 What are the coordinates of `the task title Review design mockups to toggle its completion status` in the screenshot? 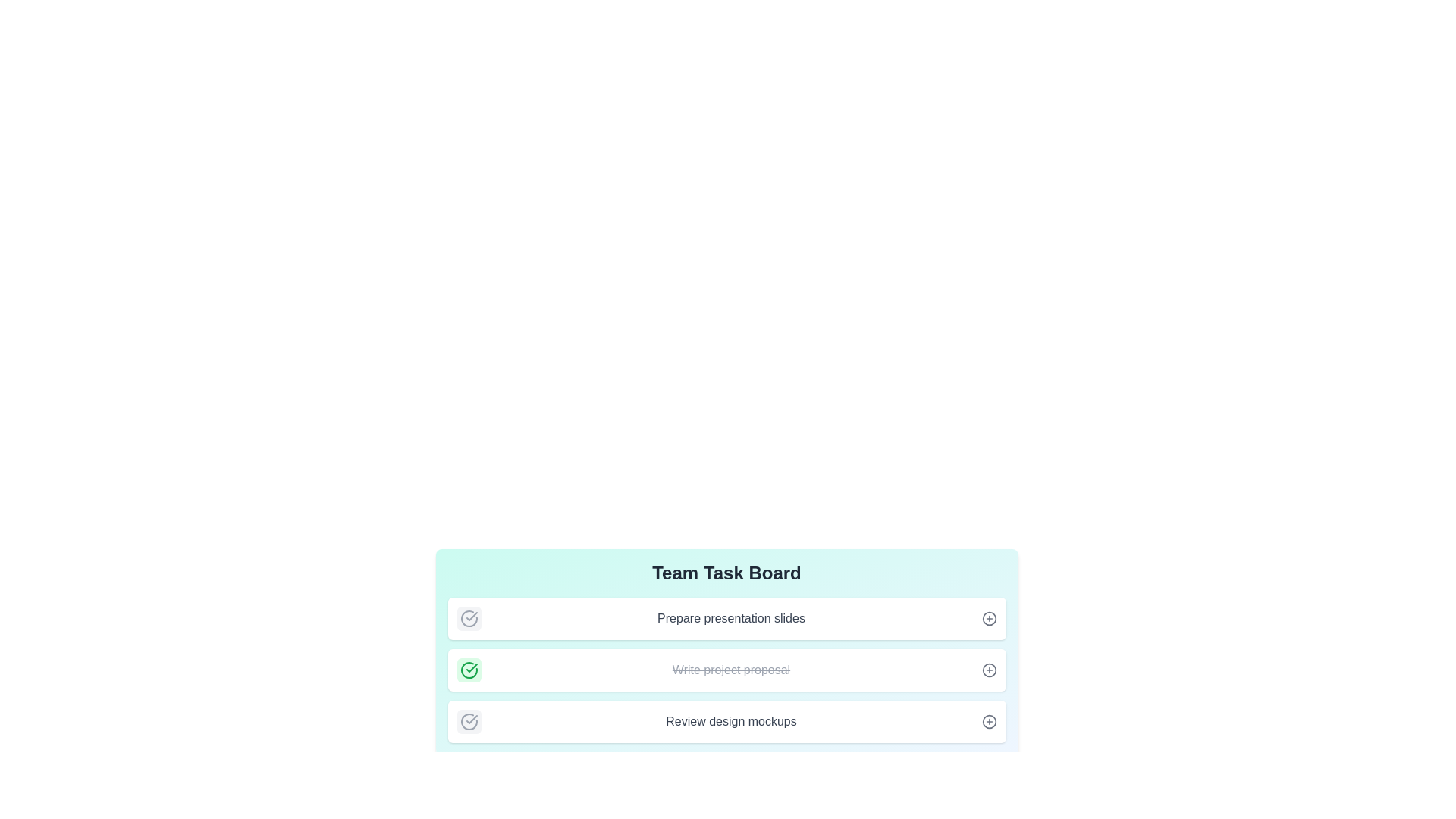 It's located at (468, 721).